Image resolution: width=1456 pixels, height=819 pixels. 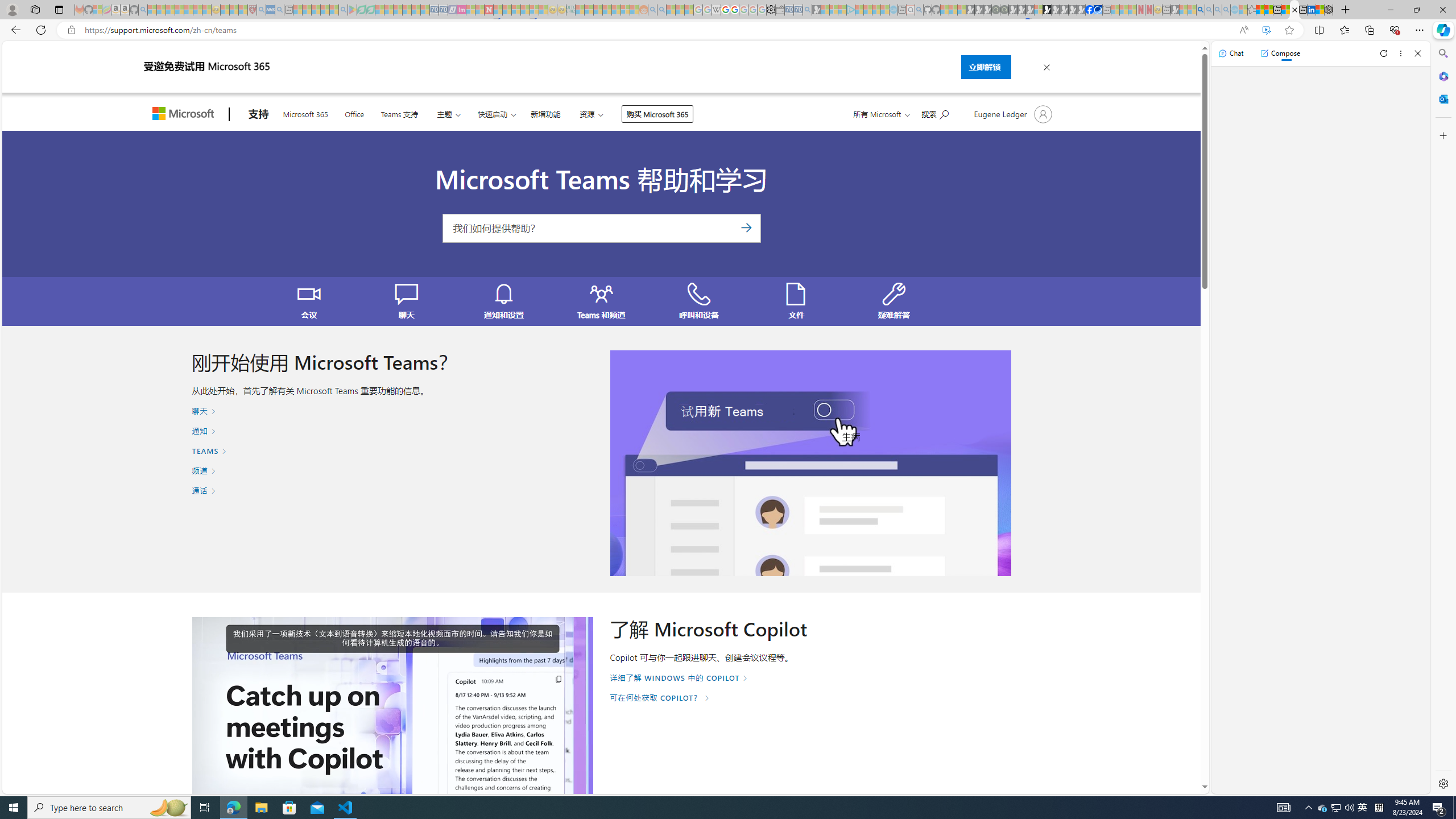 I want to click on 'Latest Politics News & Archive | Newsweek.com - Sleeping', so click(x=487, y=9).